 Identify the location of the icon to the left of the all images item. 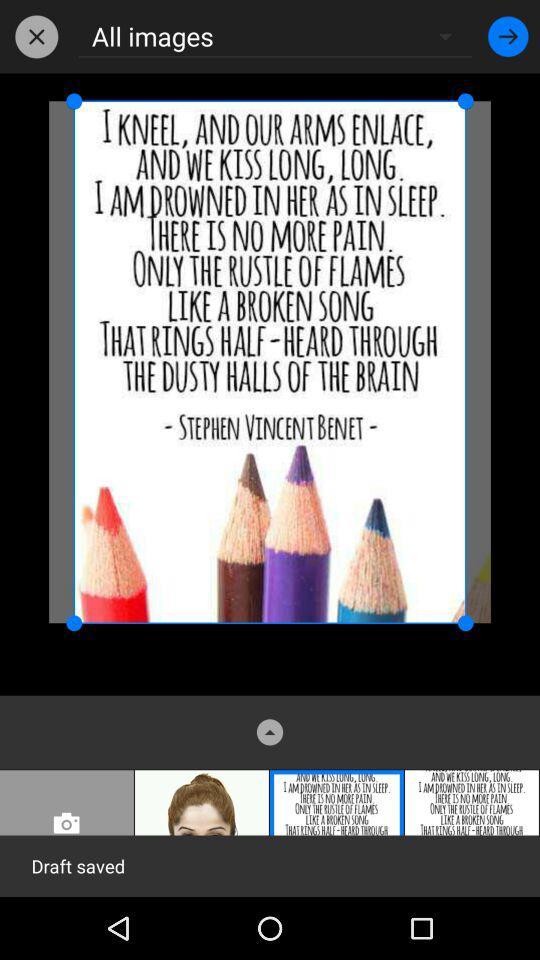
(36, 35).